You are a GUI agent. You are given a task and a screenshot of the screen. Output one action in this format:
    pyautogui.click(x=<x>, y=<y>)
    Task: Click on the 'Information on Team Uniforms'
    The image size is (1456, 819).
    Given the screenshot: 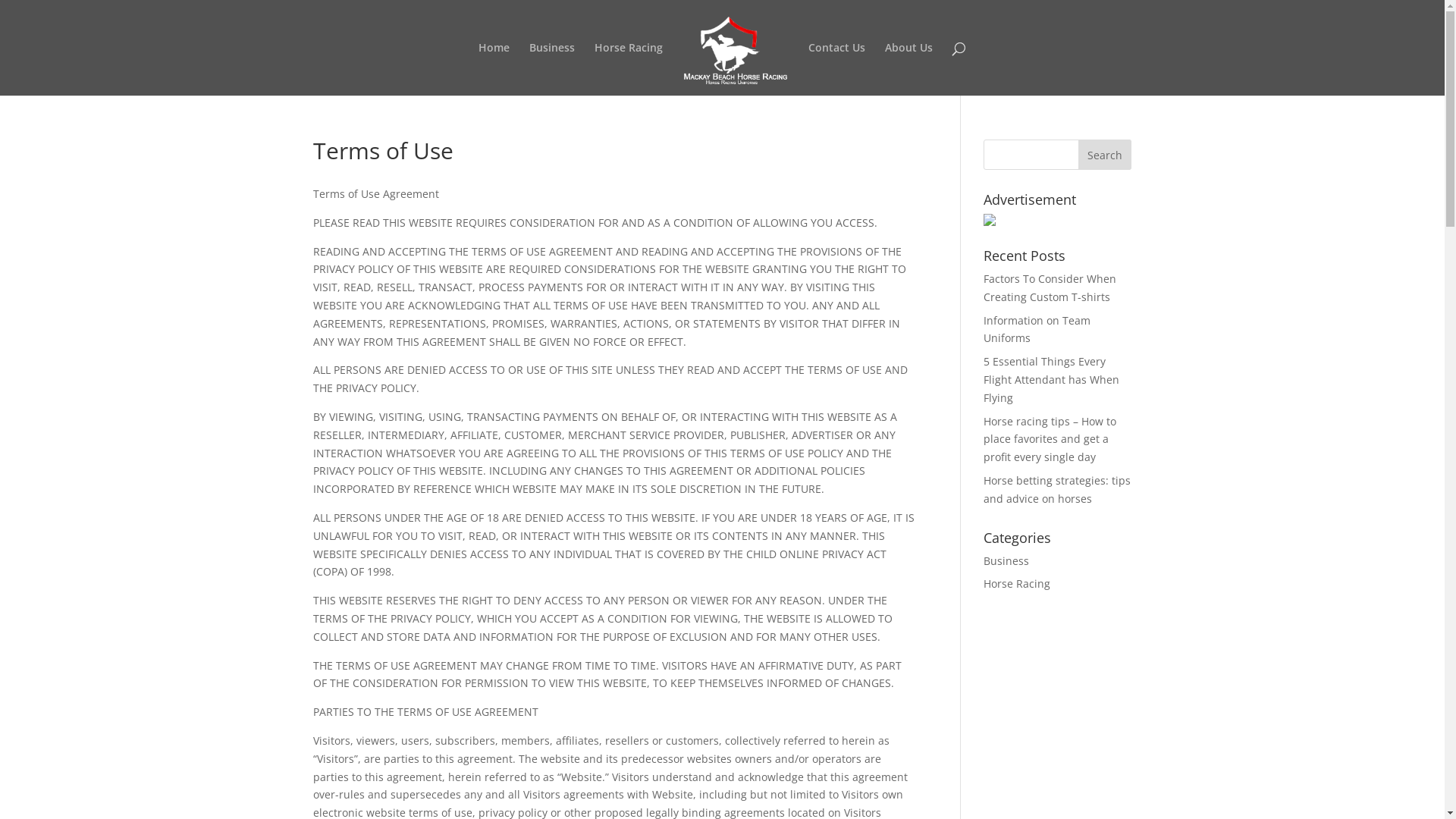 What is the action you would take?
    pyautogui.click(x=1036, y=328)
    